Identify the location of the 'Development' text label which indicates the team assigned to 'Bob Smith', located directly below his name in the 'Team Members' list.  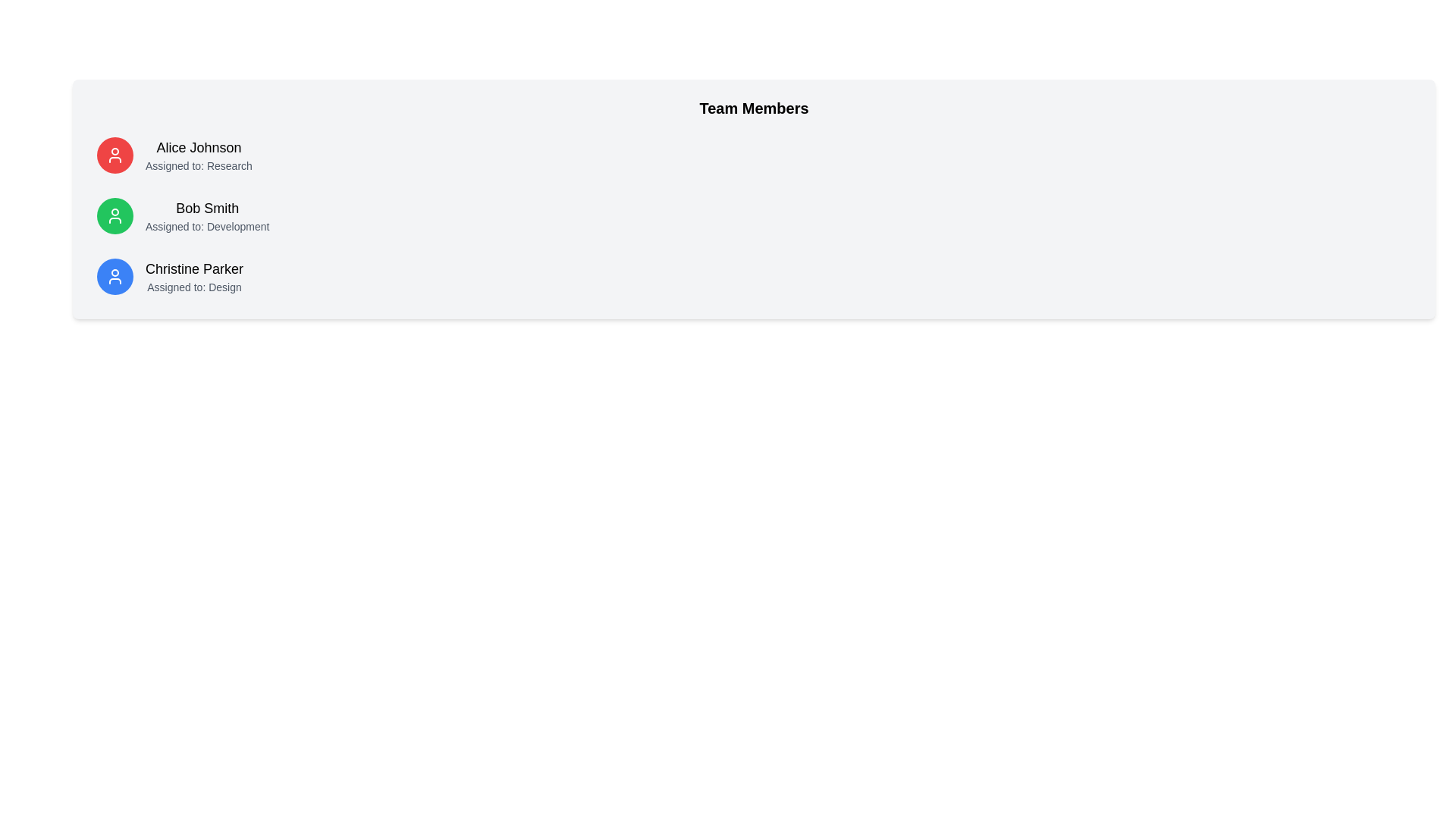
(206, 227).